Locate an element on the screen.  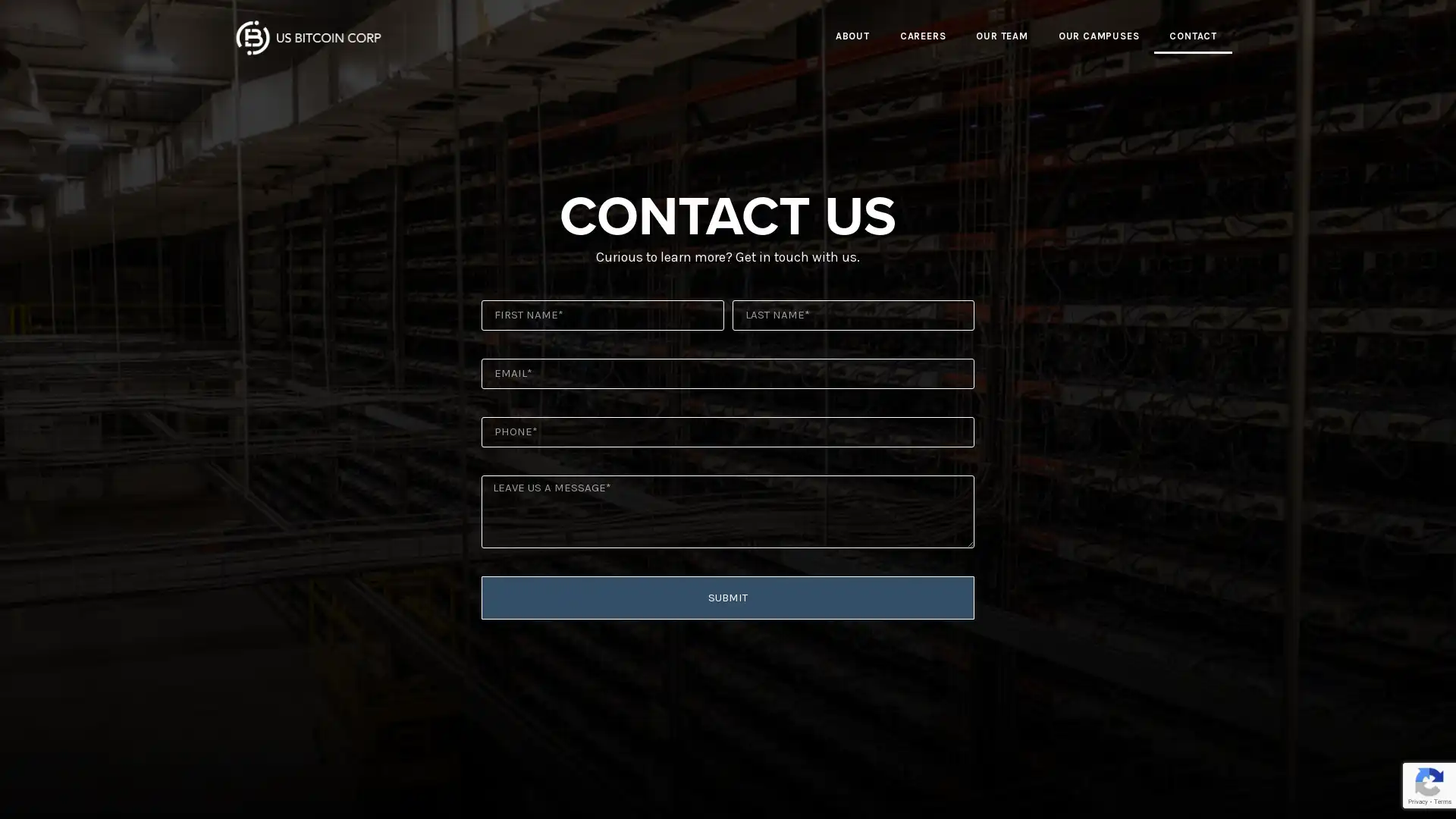
SUBMIT is located at coordinates (728, 596).